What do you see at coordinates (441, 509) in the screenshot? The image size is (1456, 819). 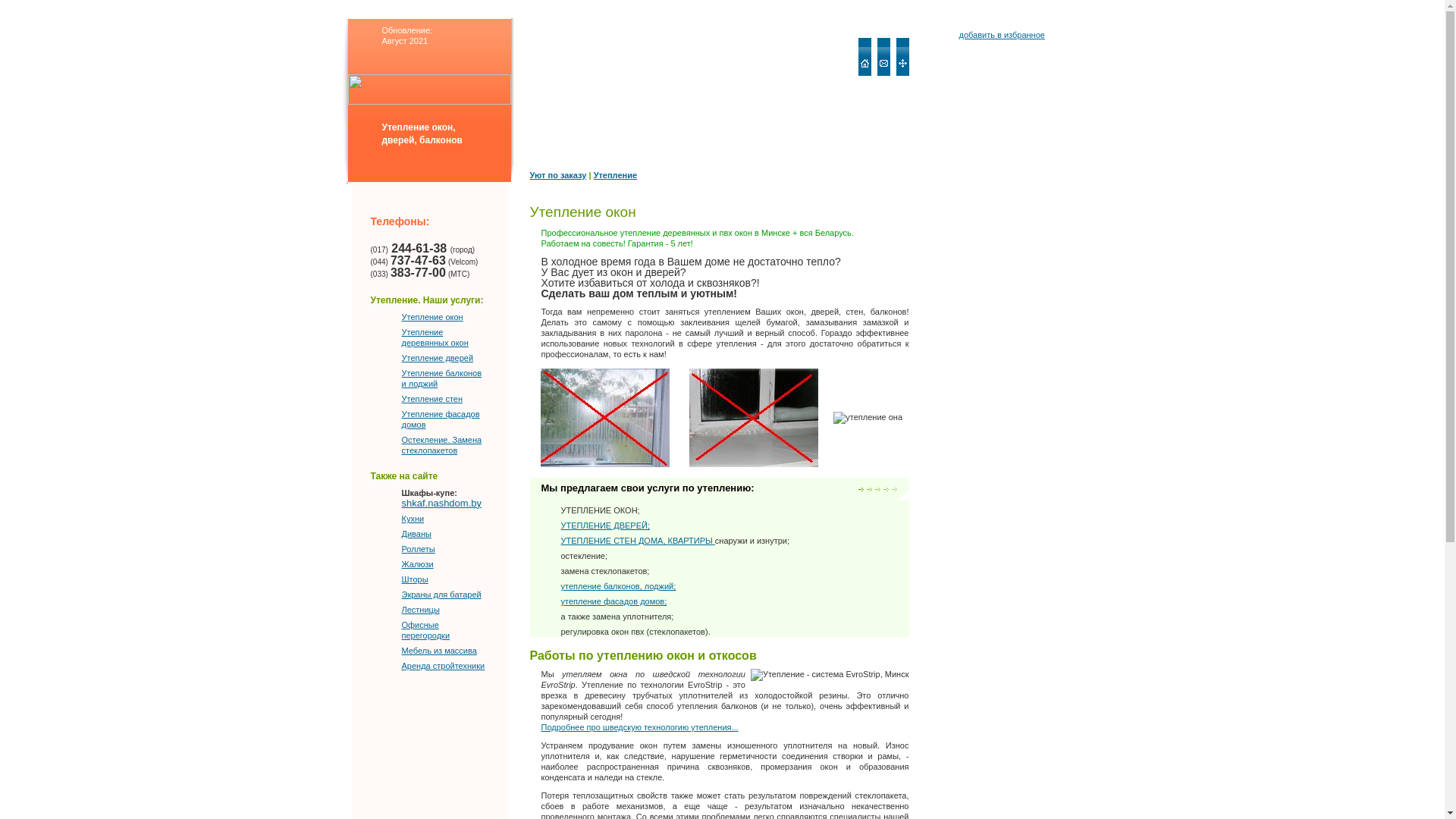 I see `'shkaf.nashdom.by'` at bounding box center [441, 509].